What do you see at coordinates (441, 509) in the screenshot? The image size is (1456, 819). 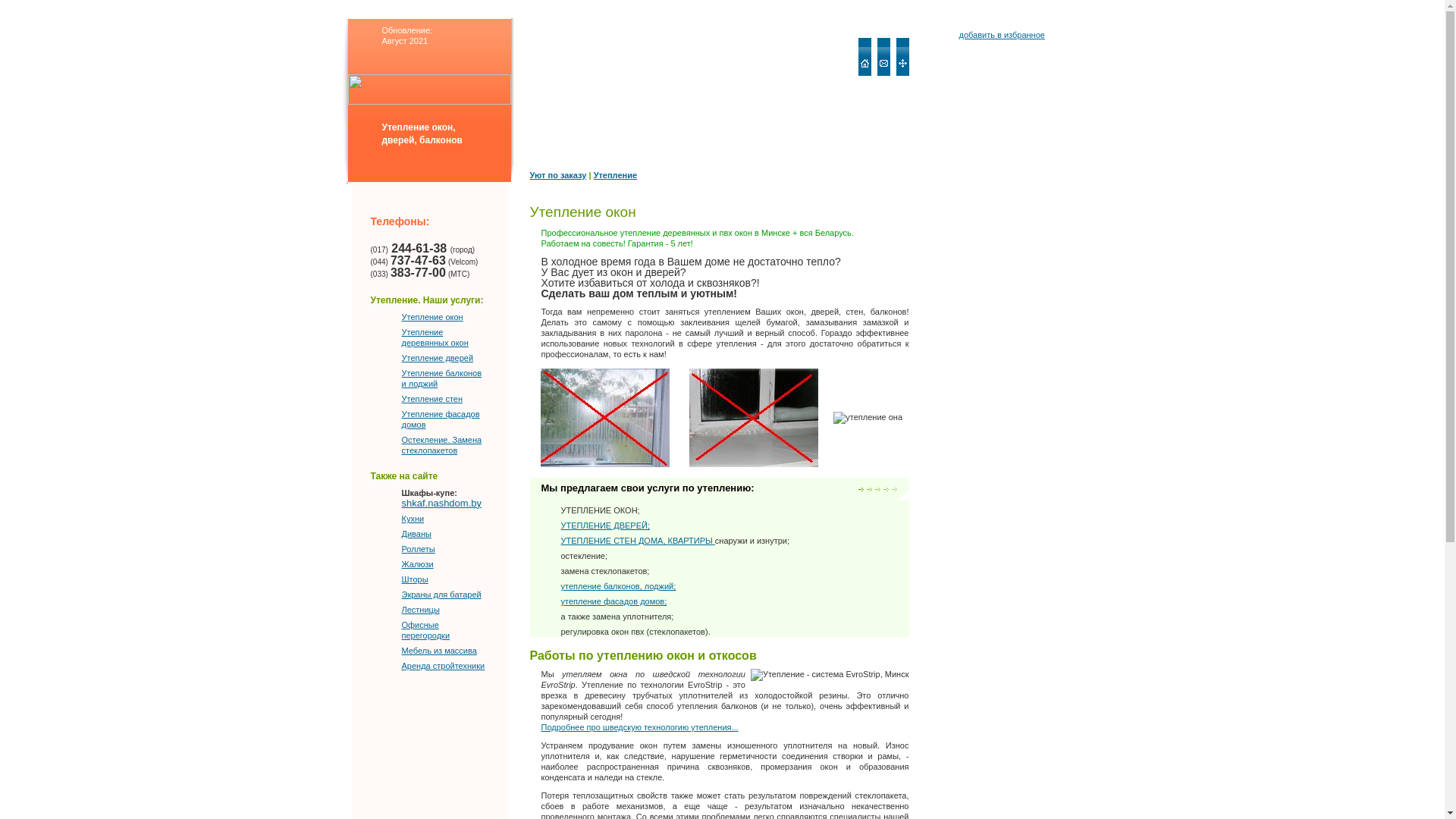 I see `'shkaf.nashdom.by'` at bounding box center [441, 509].